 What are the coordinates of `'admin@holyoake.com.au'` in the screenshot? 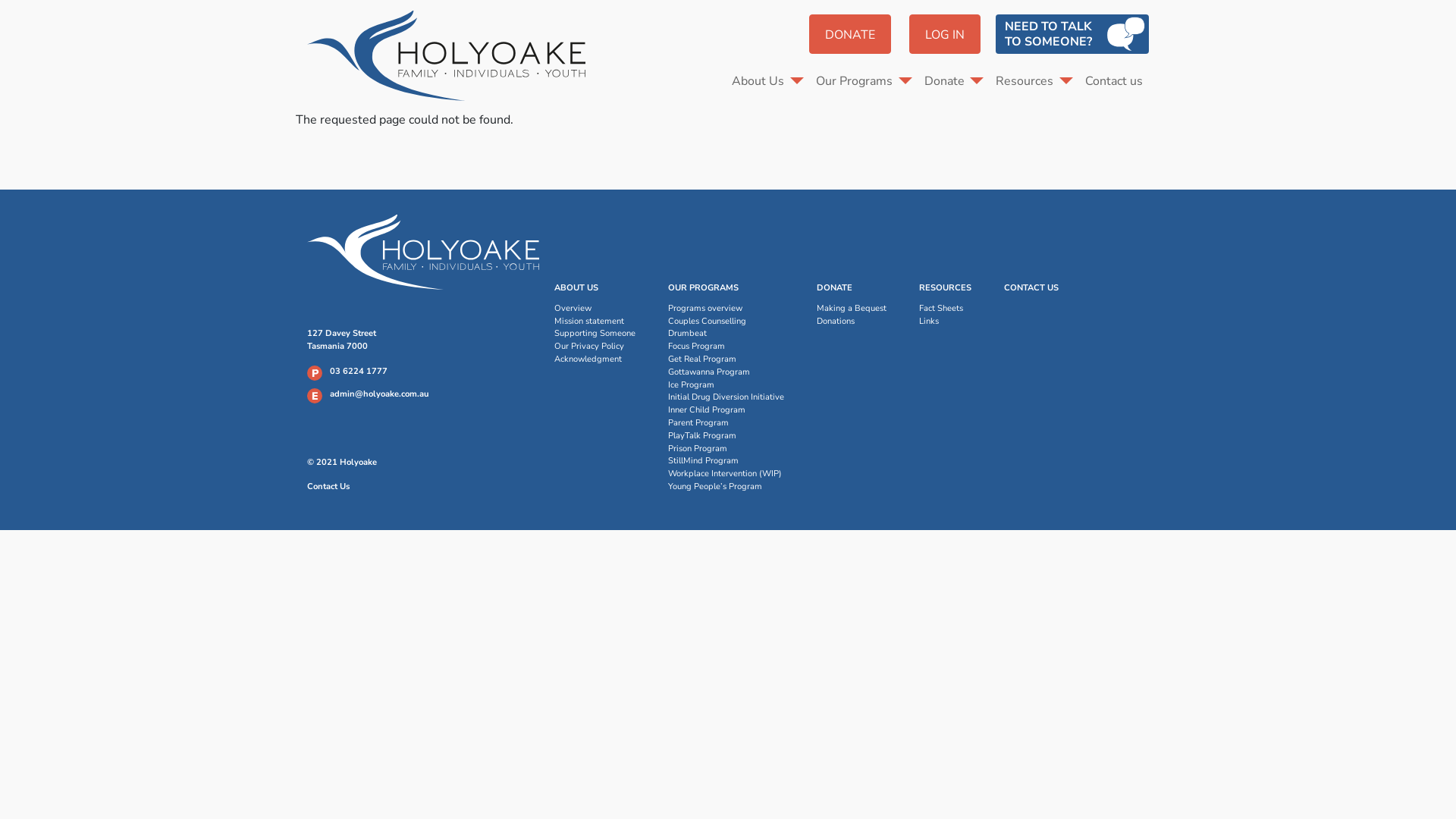 It's located at (329, 393).